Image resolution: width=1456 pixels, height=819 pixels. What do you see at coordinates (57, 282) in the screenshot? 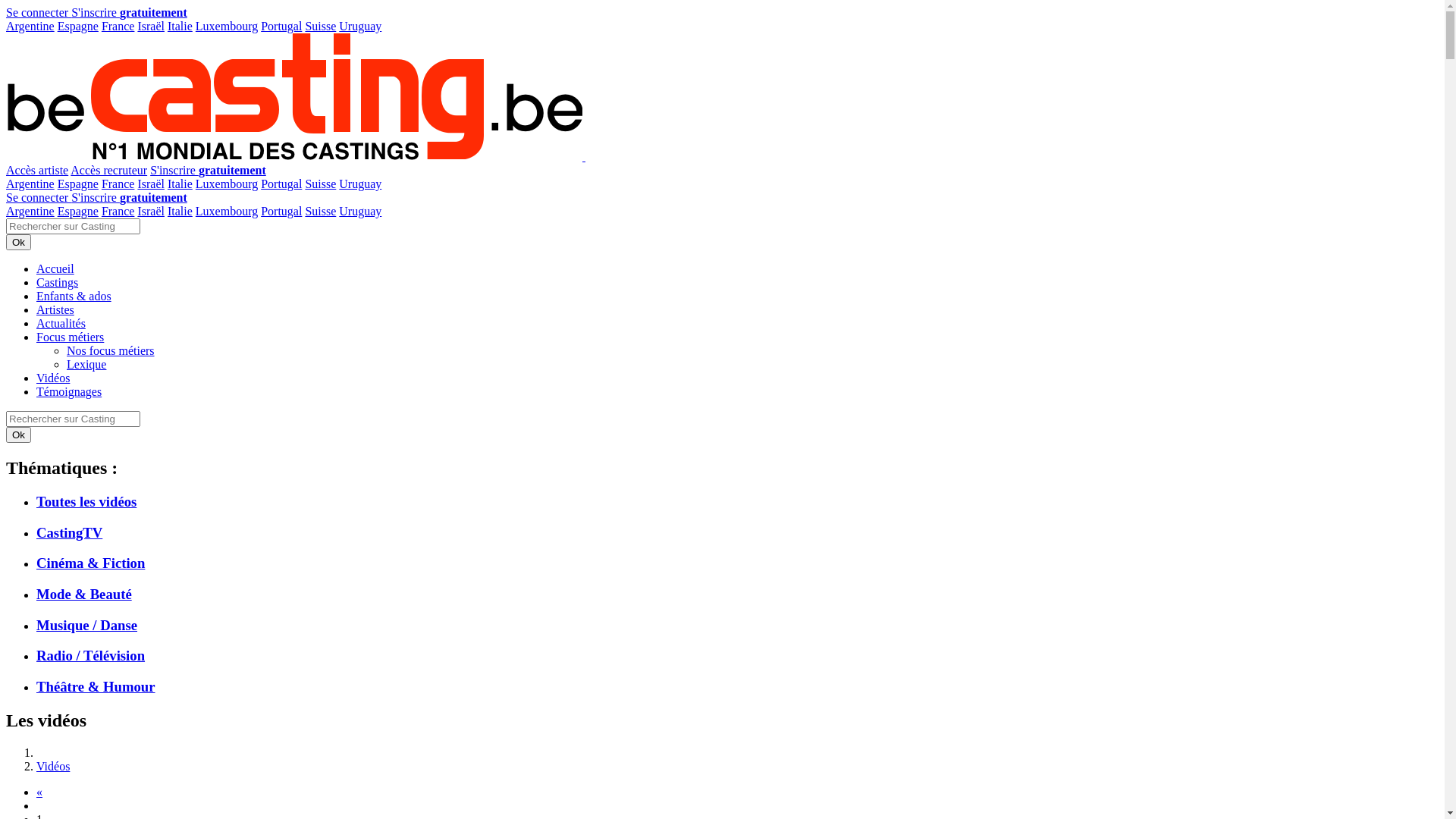
I see `'Castings'` at bounding box center [57, 282].